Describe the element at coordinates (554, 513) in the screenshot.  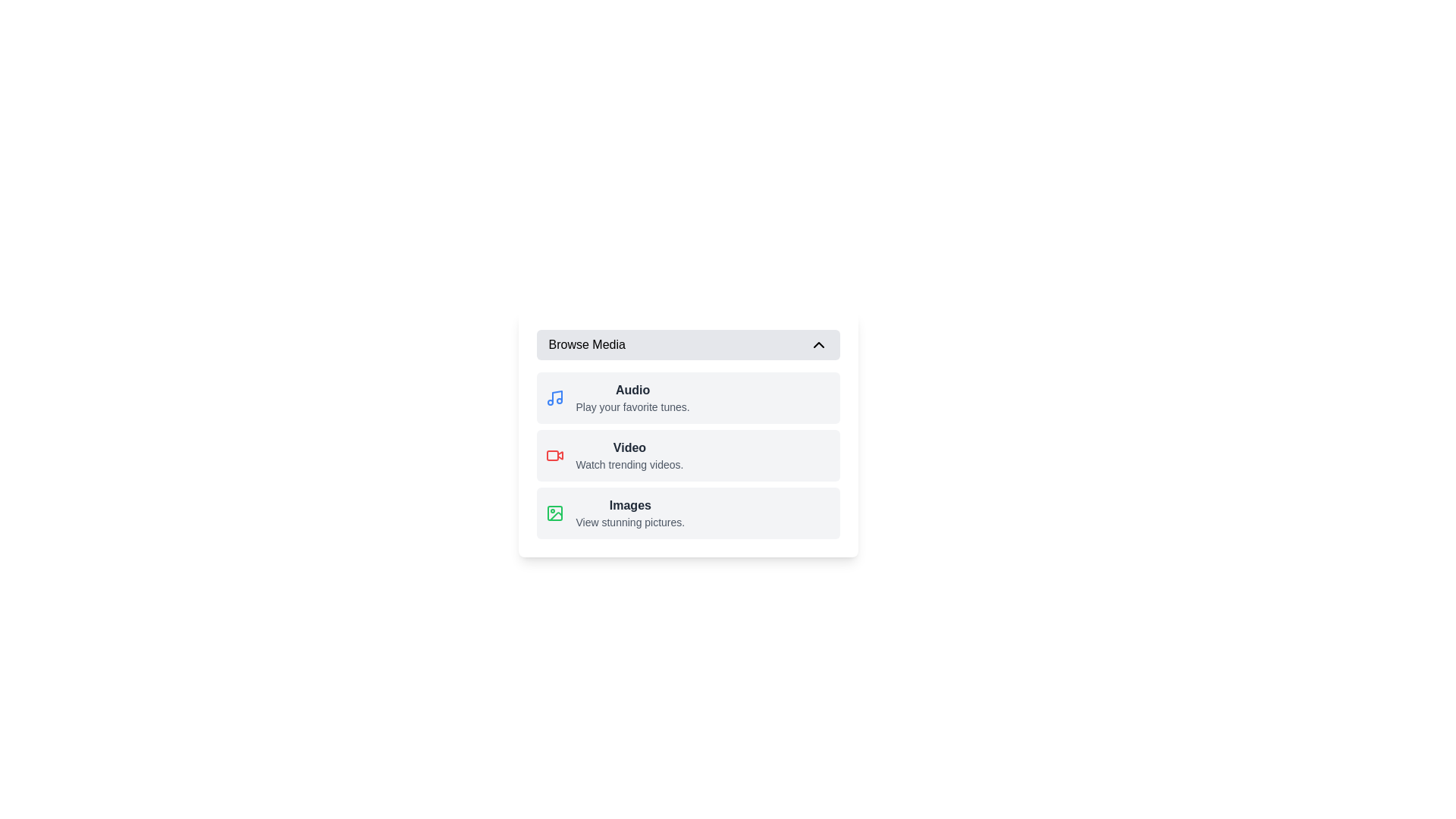
I see `the green-colored icon resembling a standard image icon, which is located to the far left of the text 'Images View stunning pictures.'` at that location.